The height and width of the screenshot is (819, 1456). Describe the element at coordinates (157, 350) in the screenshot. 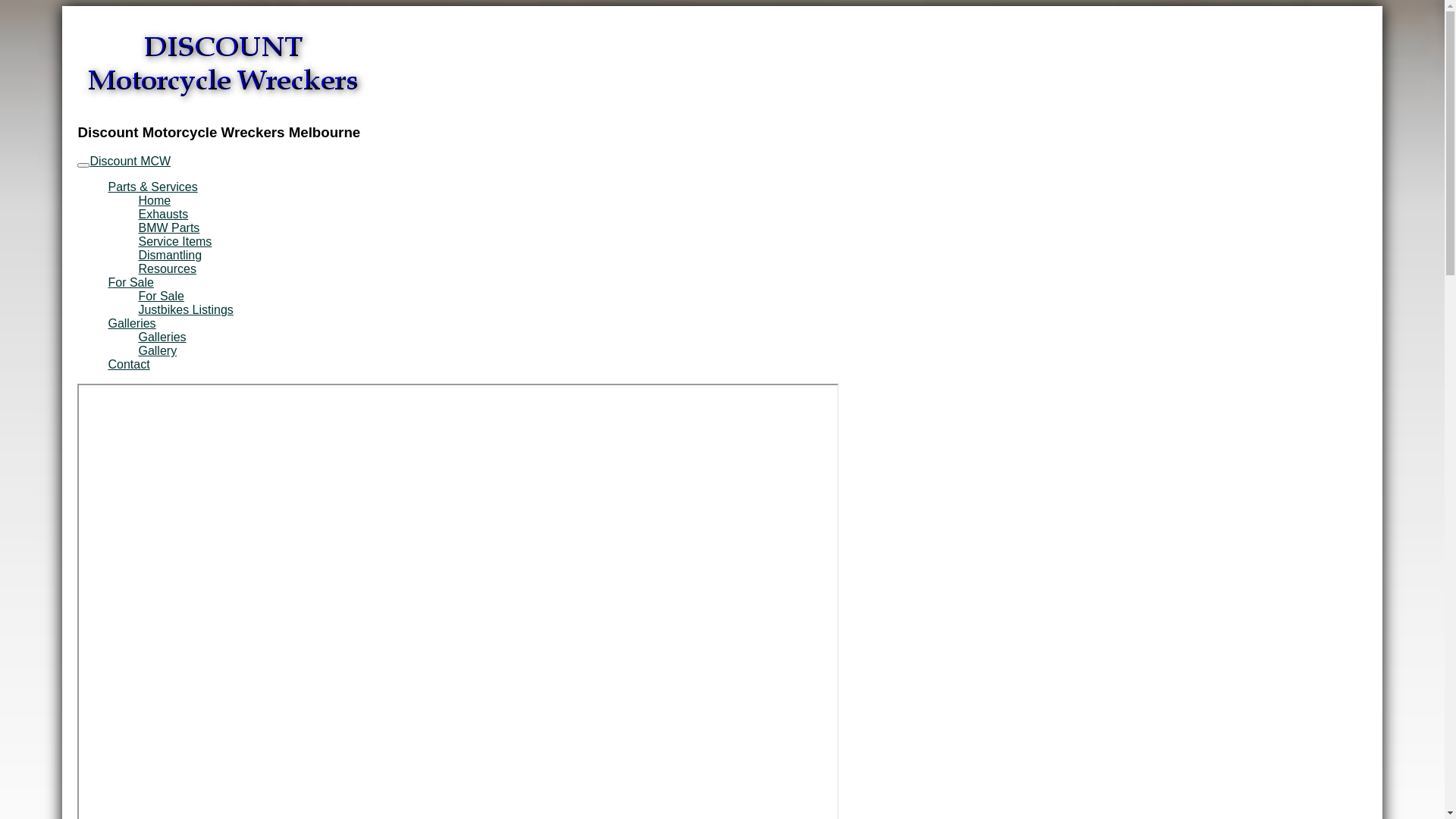

I see `'Gallery'` at that location.